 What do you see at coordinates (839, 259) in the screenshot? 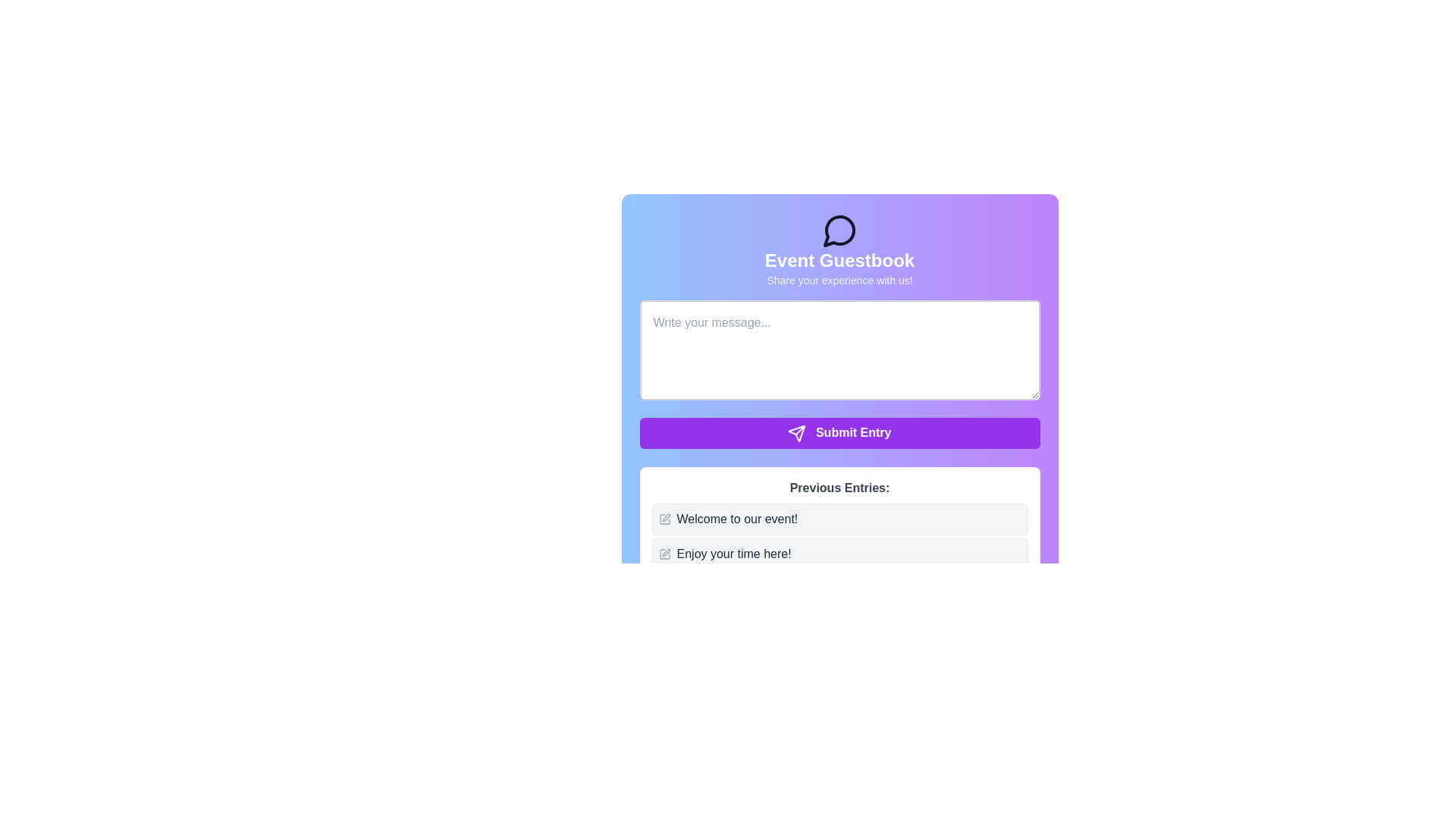
I see `the text label that reads 'Event Guestbook', which is styled with a bold, large white font and positioned at the top-center of the interface, above the smaller text 'Share your experience with us!'` at bounding box center [839, 259].